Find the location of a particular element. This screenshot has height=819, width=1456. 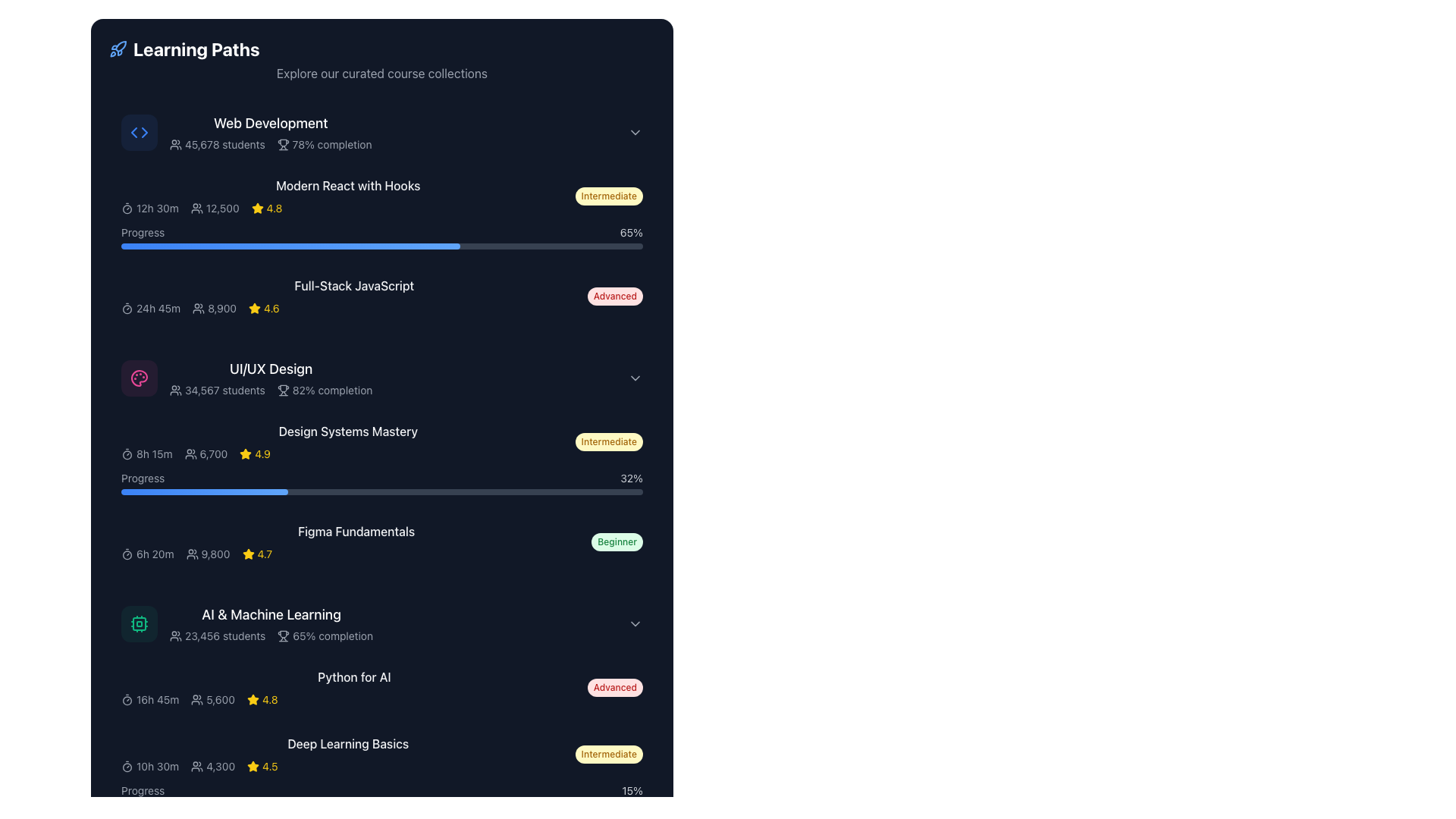

the first List item block in the learning paths section is located at coordinates (375, 131).